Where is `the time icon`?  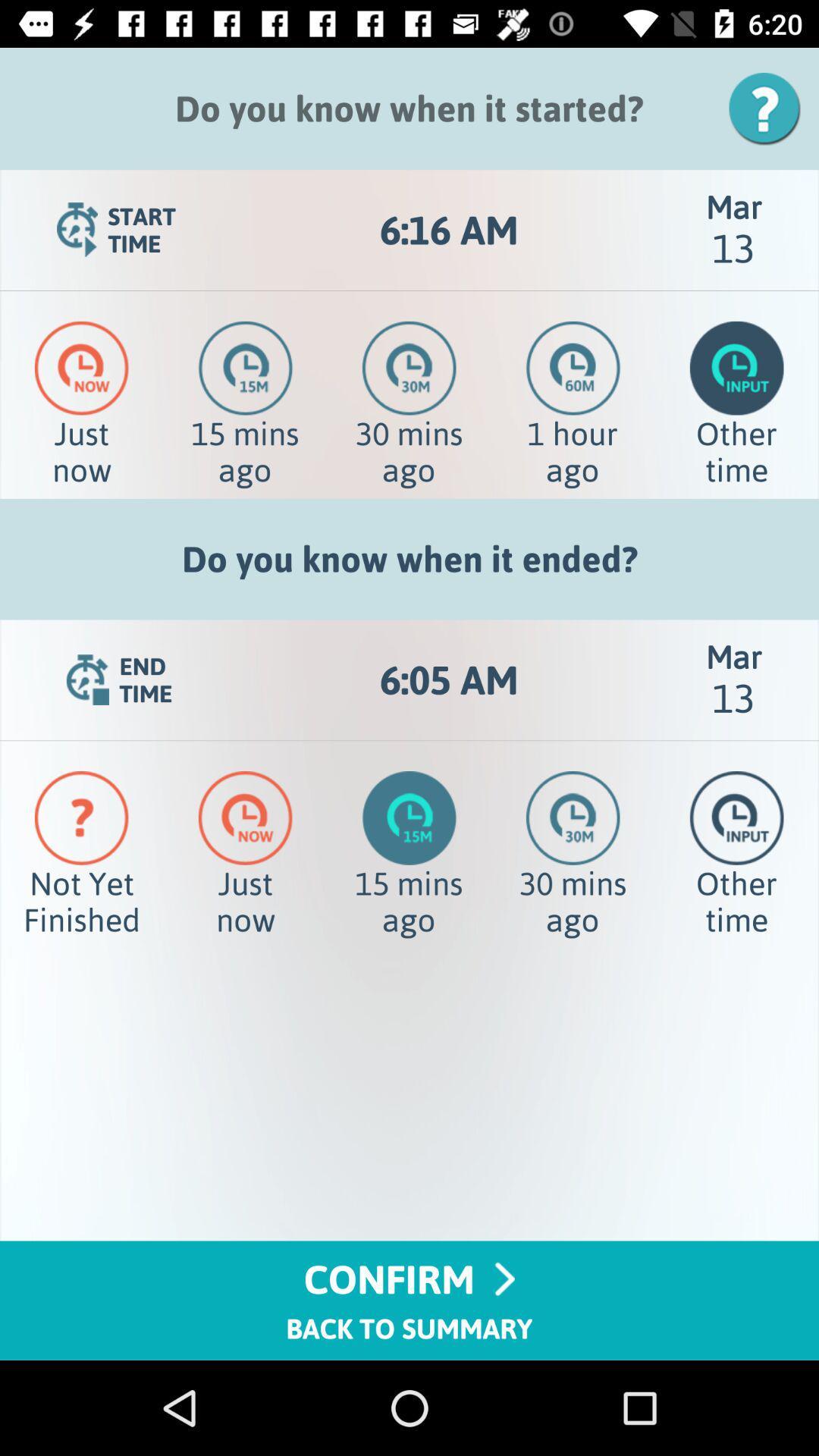
the time icon is located at coordinates (244, 817).